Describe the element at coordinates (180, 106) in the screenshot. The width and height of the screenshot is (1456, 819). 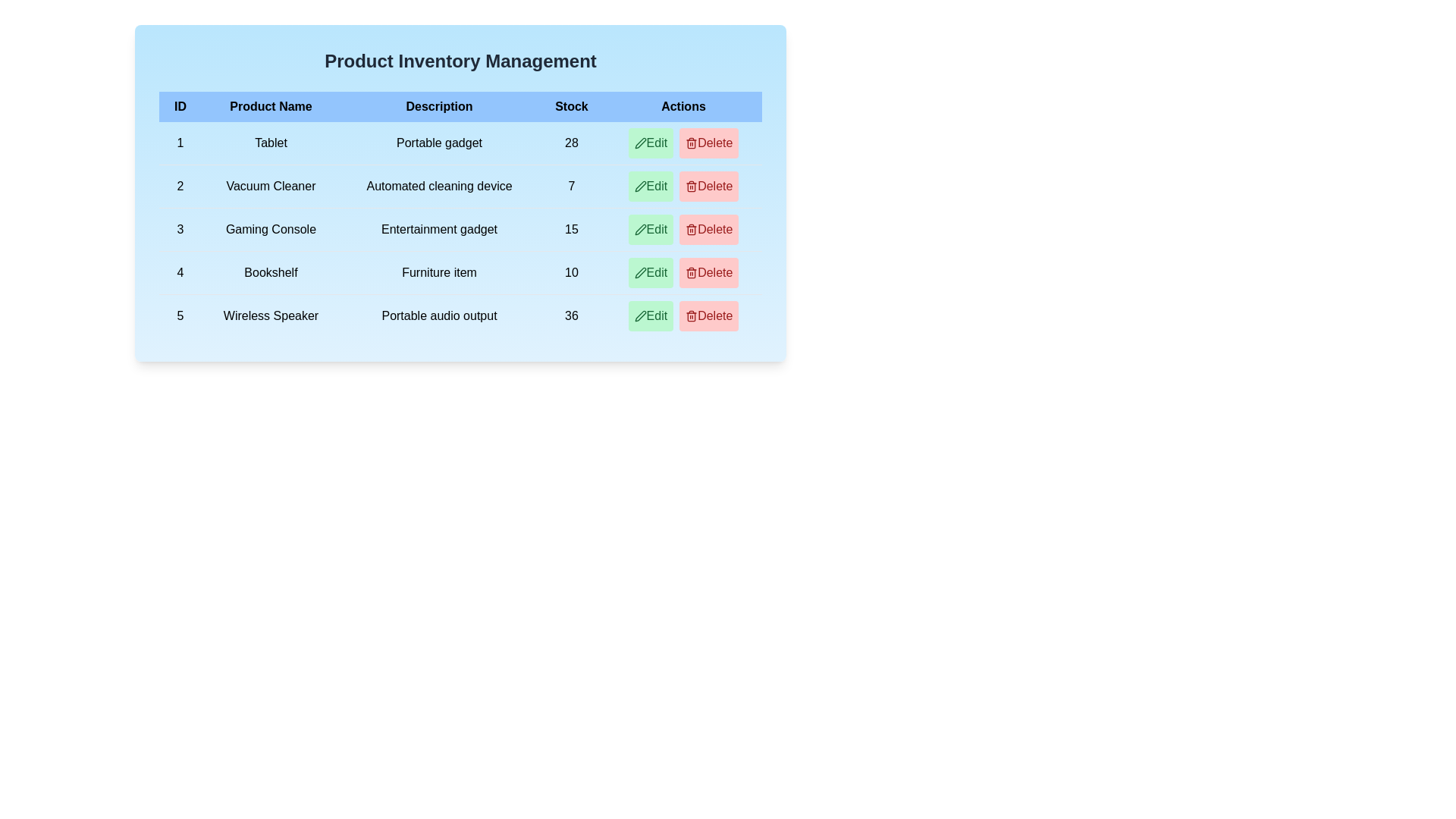
I see `the 'ID' header label, which is the first element in a horizontal header row, displayed in bold black font on a light blue background` at that location.